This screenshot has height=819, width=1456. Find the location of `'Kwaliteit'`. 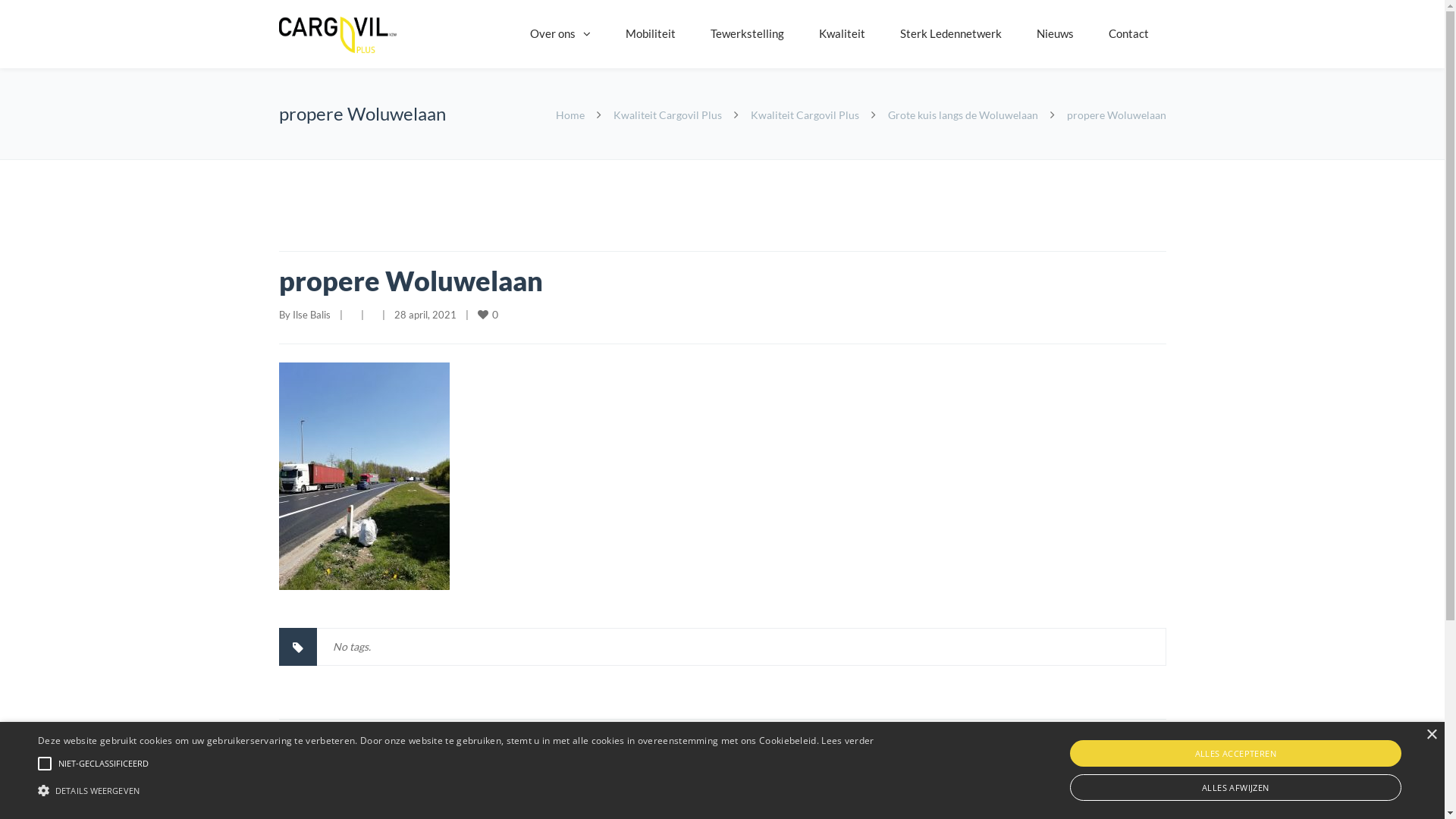

'Kwaliteit' is located at coordinates (800, 34).